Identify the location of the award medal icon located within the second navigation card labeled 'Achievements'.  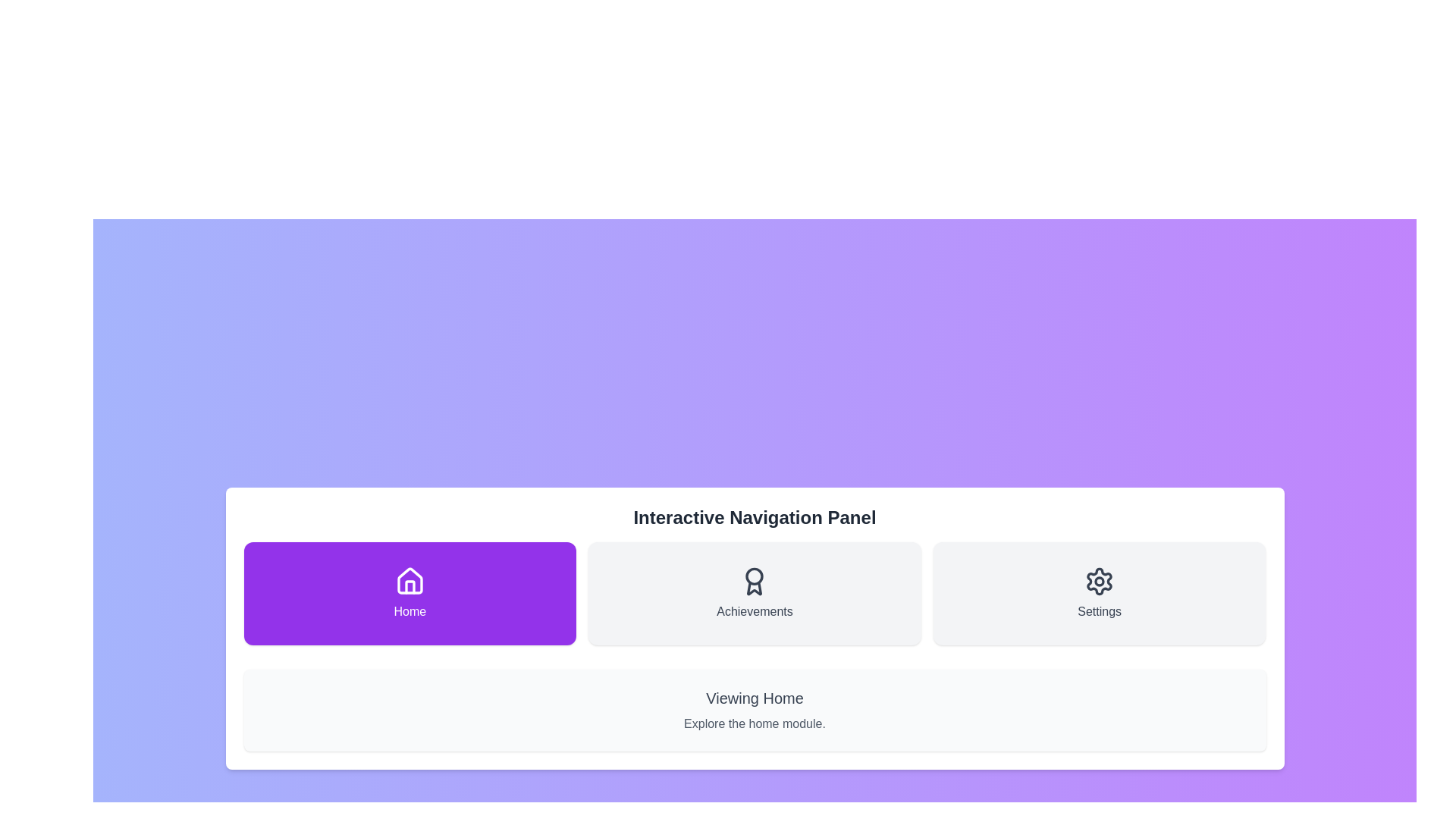
(755, 581).